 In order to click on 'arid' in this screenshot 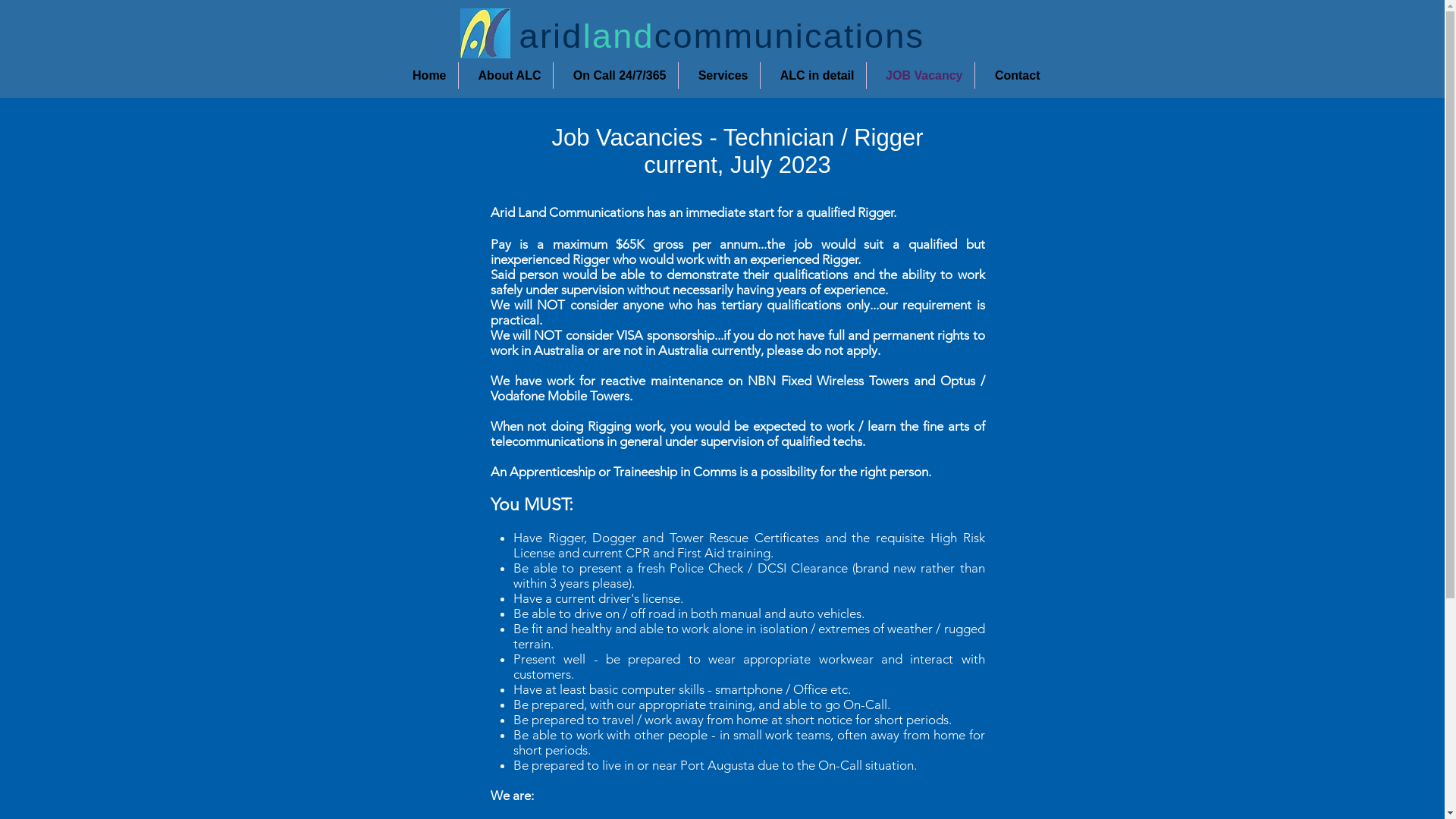, I will do `click(550, 35)`.